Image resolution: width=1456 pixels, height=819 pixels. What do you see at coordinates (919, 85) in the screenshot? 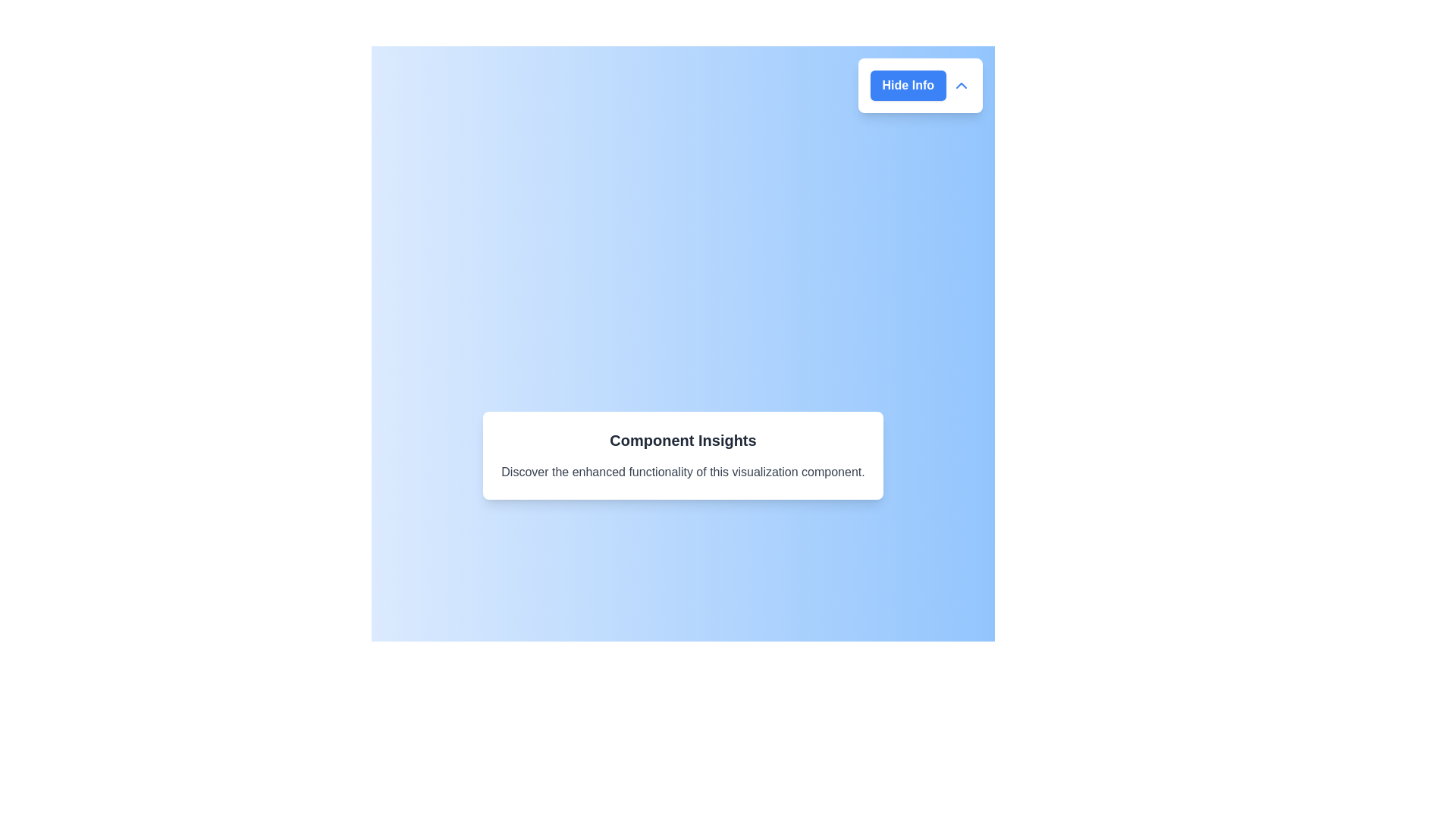
I see `the button with a chevron icon located at the top-right corner of the interface` at bounding box center [919, 85].